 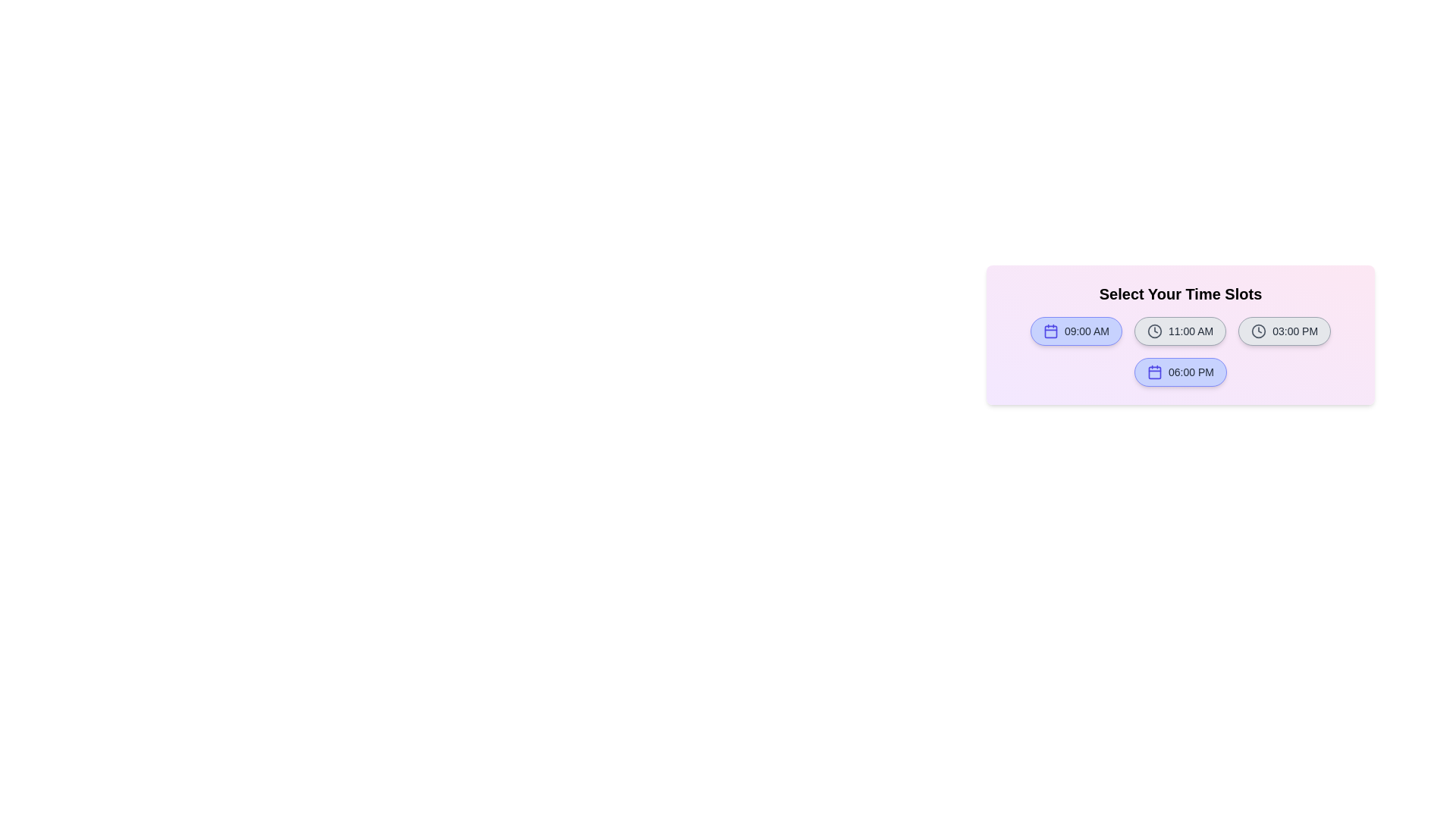 I want to click on the time slot labeled 06:00 PM, so click(x=1179, y=372).